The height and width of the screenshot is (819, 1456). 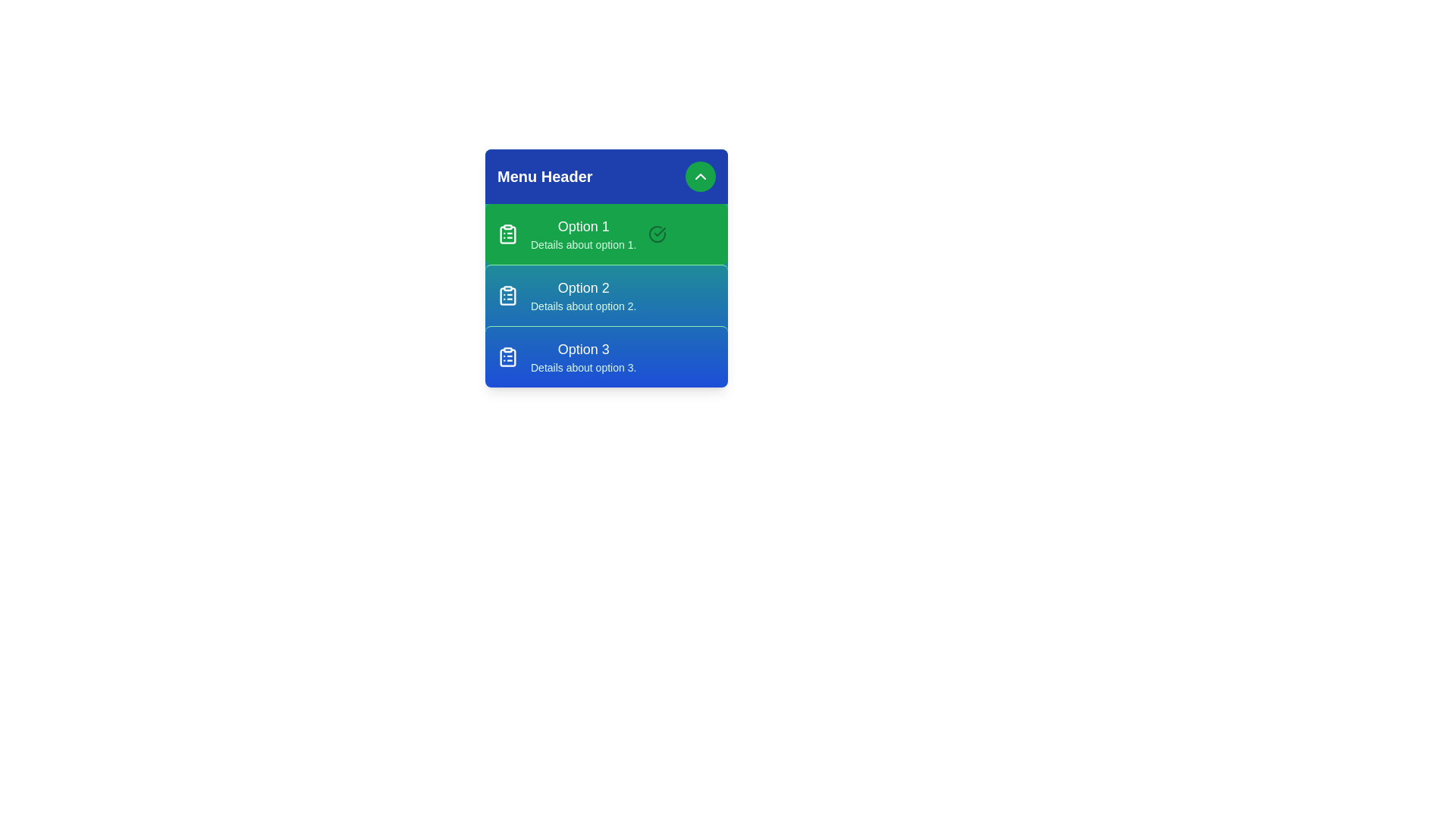 What do you see at coordinates (607, 295) in the screenshot?
I see `the menu option Option 2 to reveal its description` at bounding box center [607, 295].